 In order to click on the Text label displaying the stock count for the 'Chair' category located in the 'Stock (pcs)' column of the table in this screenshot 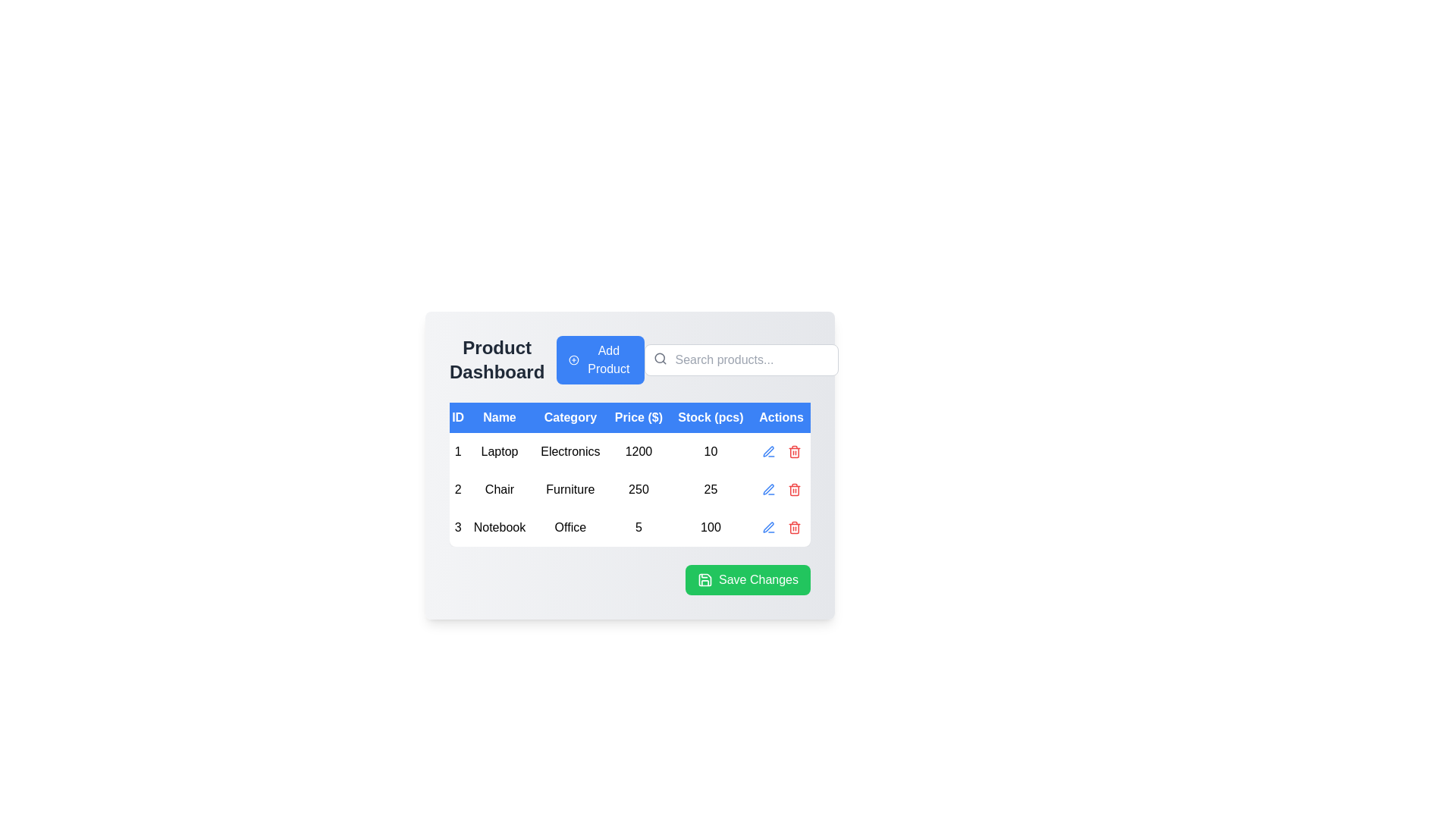, I will do `click(710, 489)`.